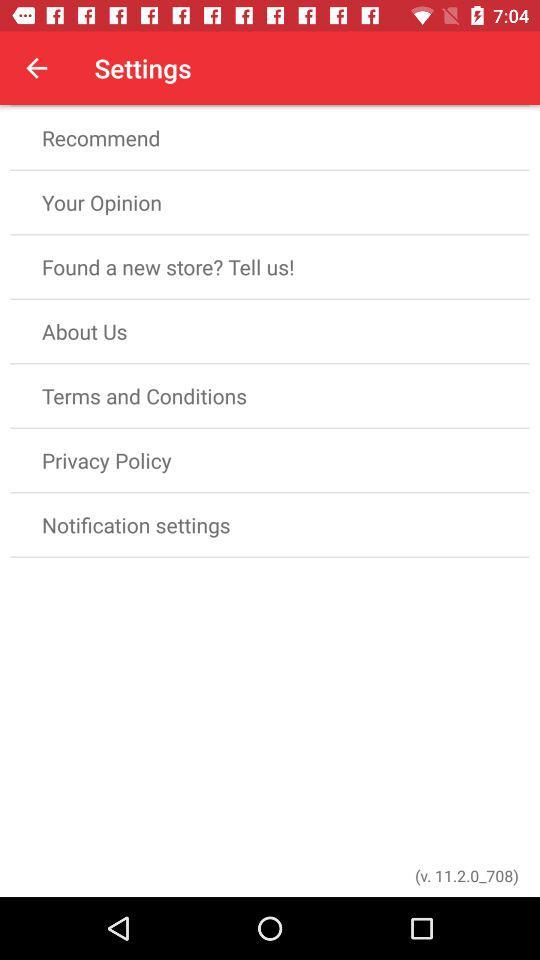 The height and width of the screenshot is (960, 540). Describe the element at coordinates (270, 265) in the screenshot. I see `found a new` at that location.